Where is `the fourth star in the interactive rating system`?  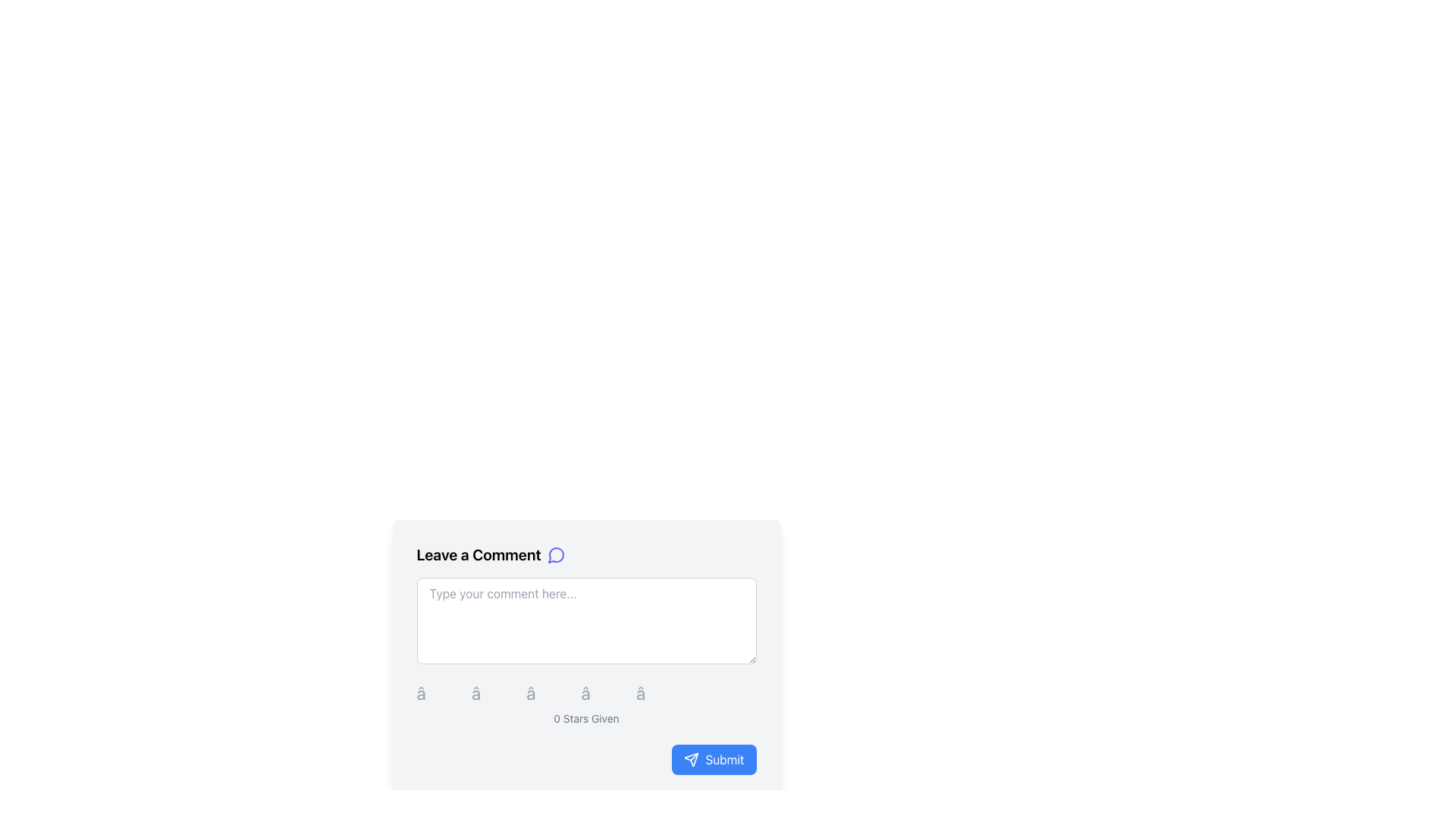
the fourth star in the interactive rating system is located at coordinates (603, 693).